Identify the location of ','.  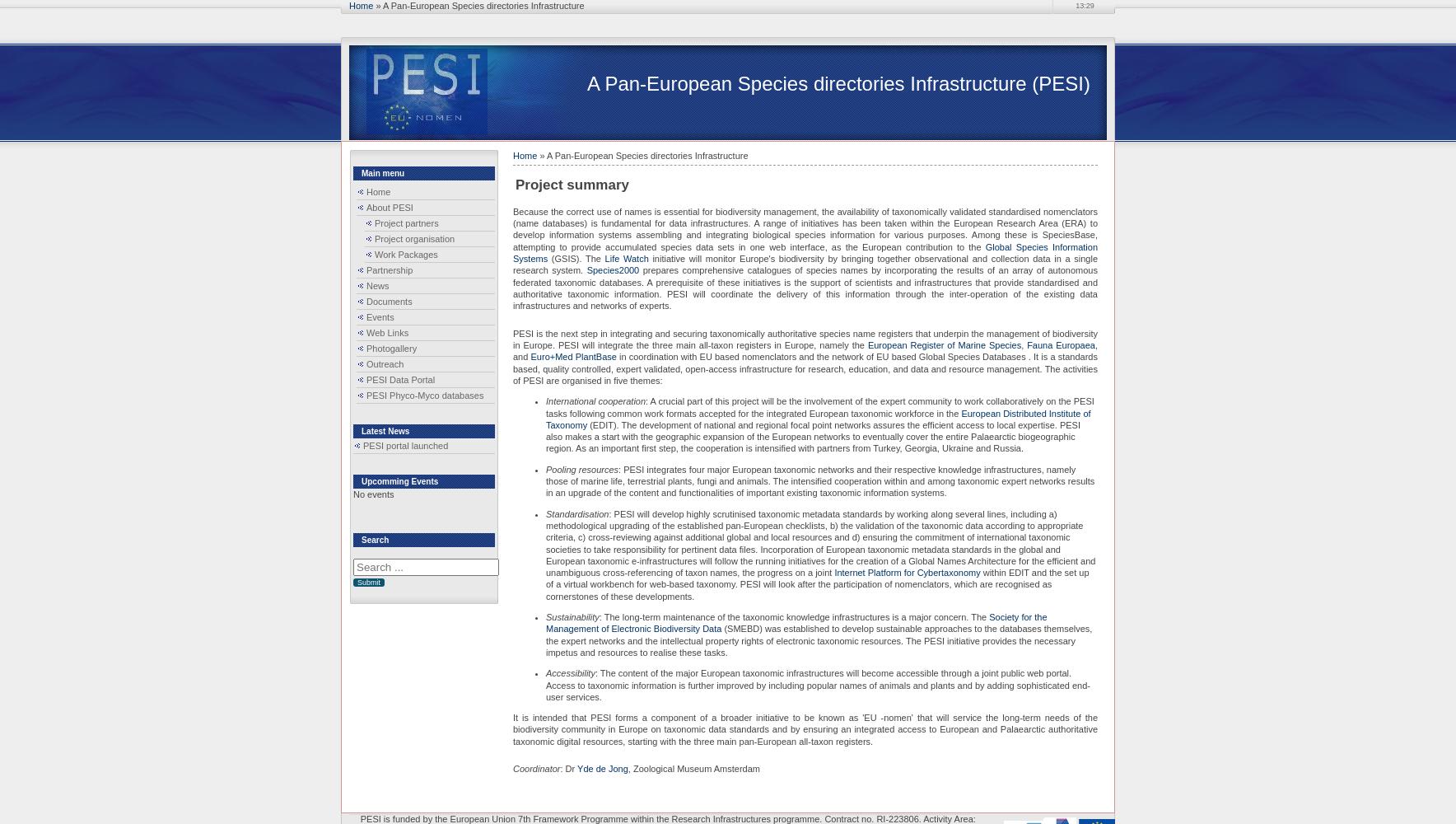
(1024, 345).